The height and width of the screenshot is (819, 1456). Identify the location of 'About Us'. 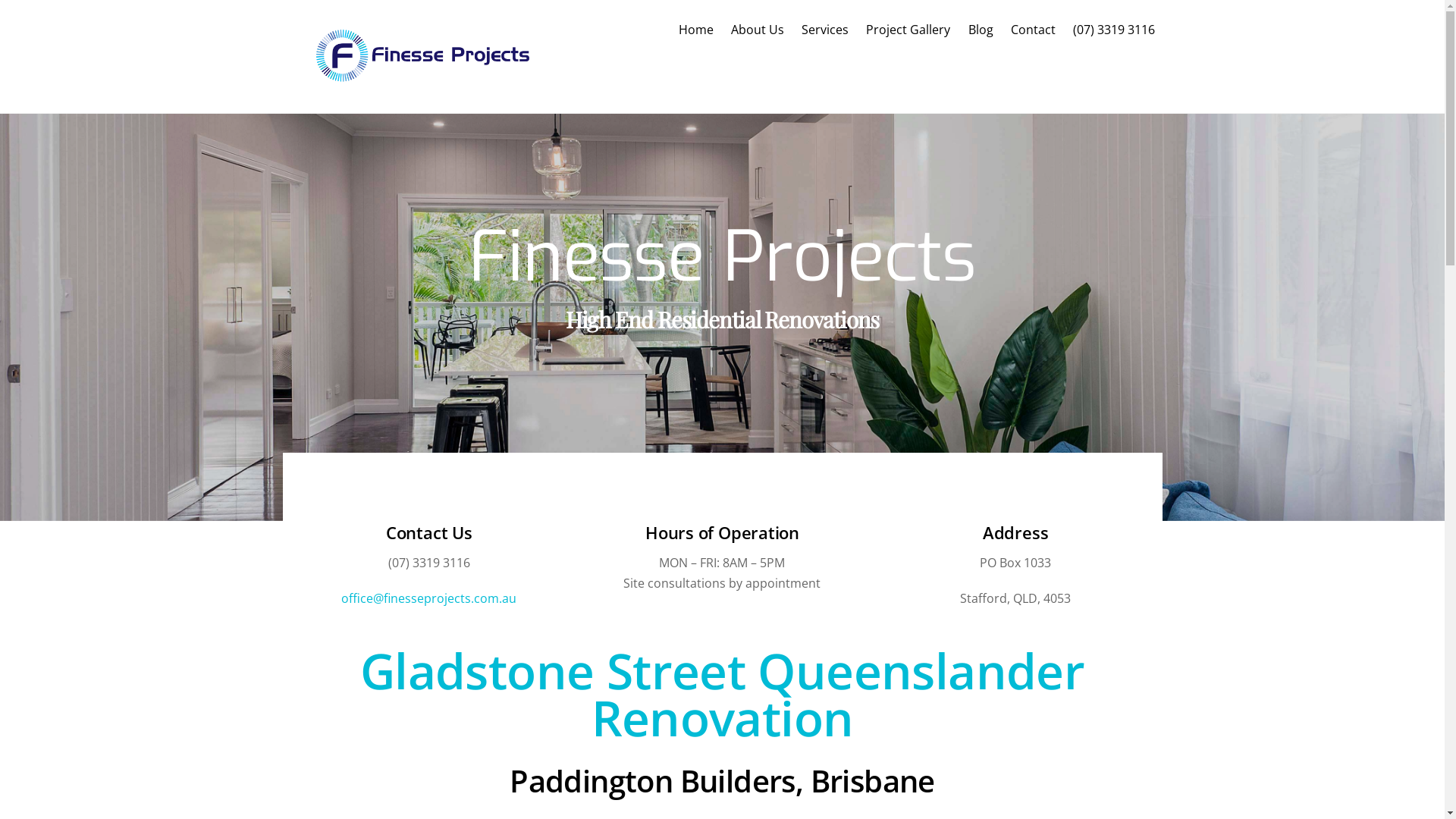
(757, 29).